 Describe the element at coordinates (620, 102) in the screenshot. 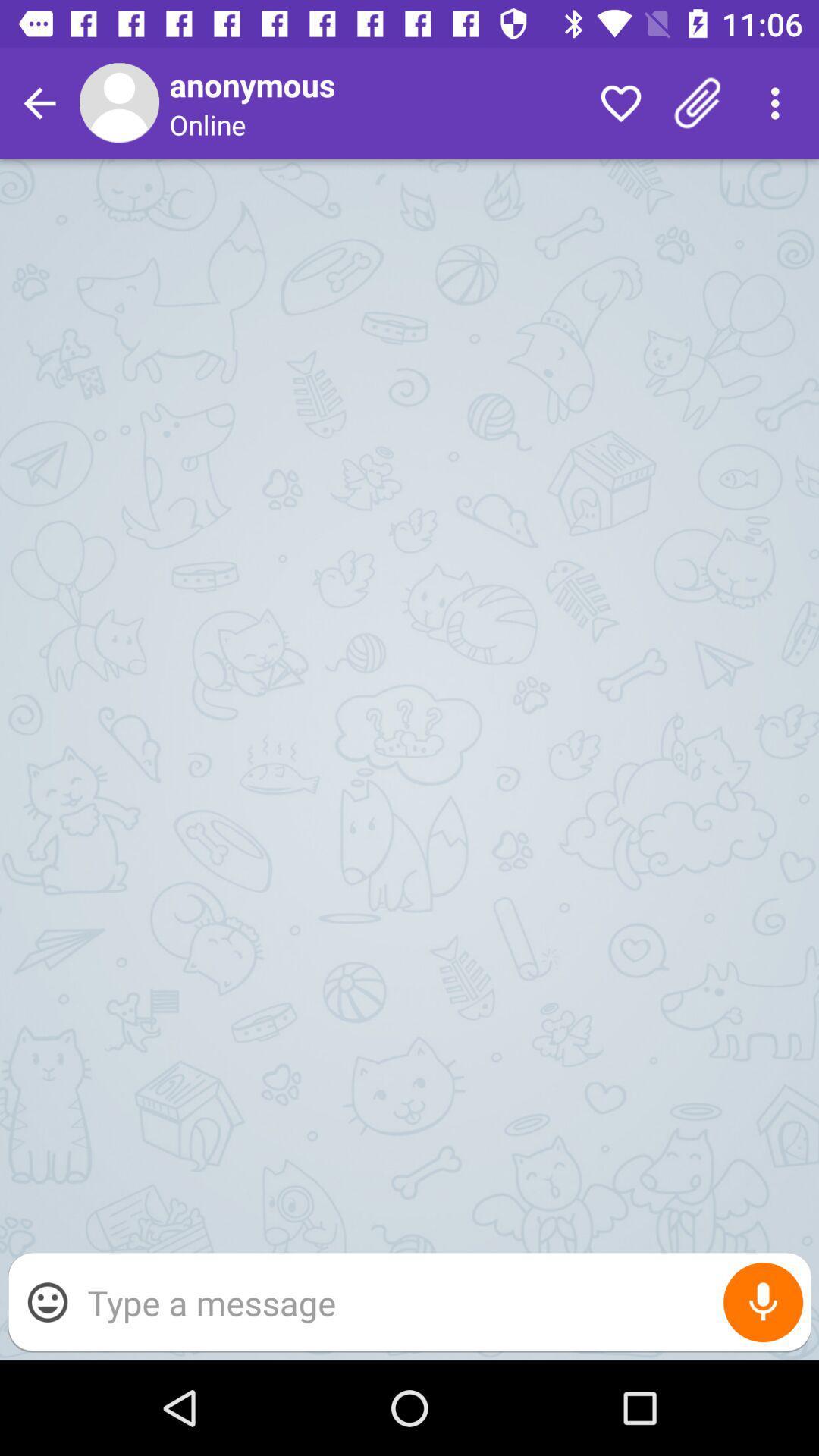

I see `icon to the right of the anonymous` at that location.